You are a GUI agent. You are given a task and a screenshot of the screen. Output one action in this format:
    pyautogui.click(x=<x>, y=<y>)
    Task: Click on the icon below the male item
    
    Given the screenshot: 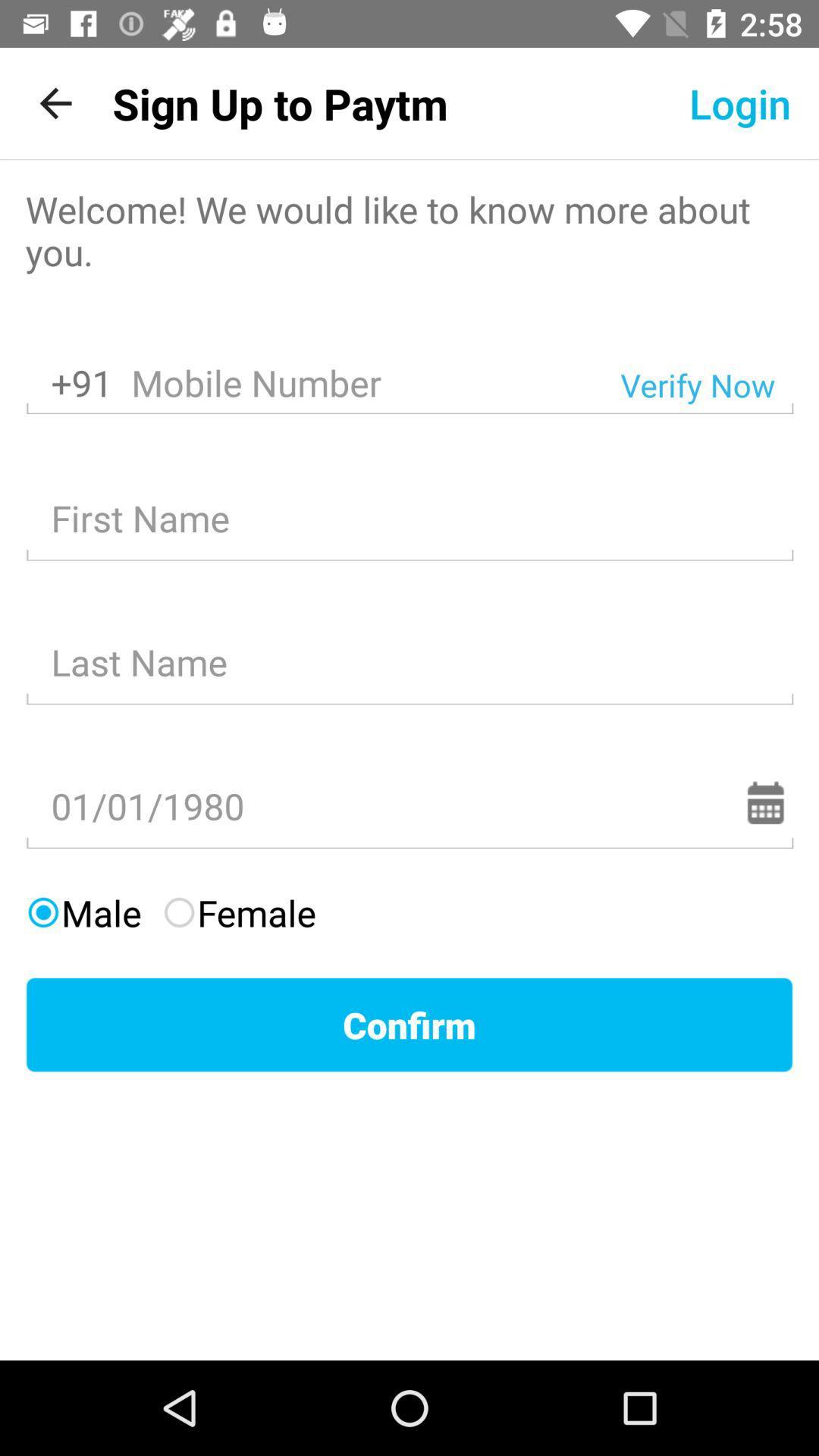 What is the action you would take?
    pyautogui.click(x=409, y=1025)
    